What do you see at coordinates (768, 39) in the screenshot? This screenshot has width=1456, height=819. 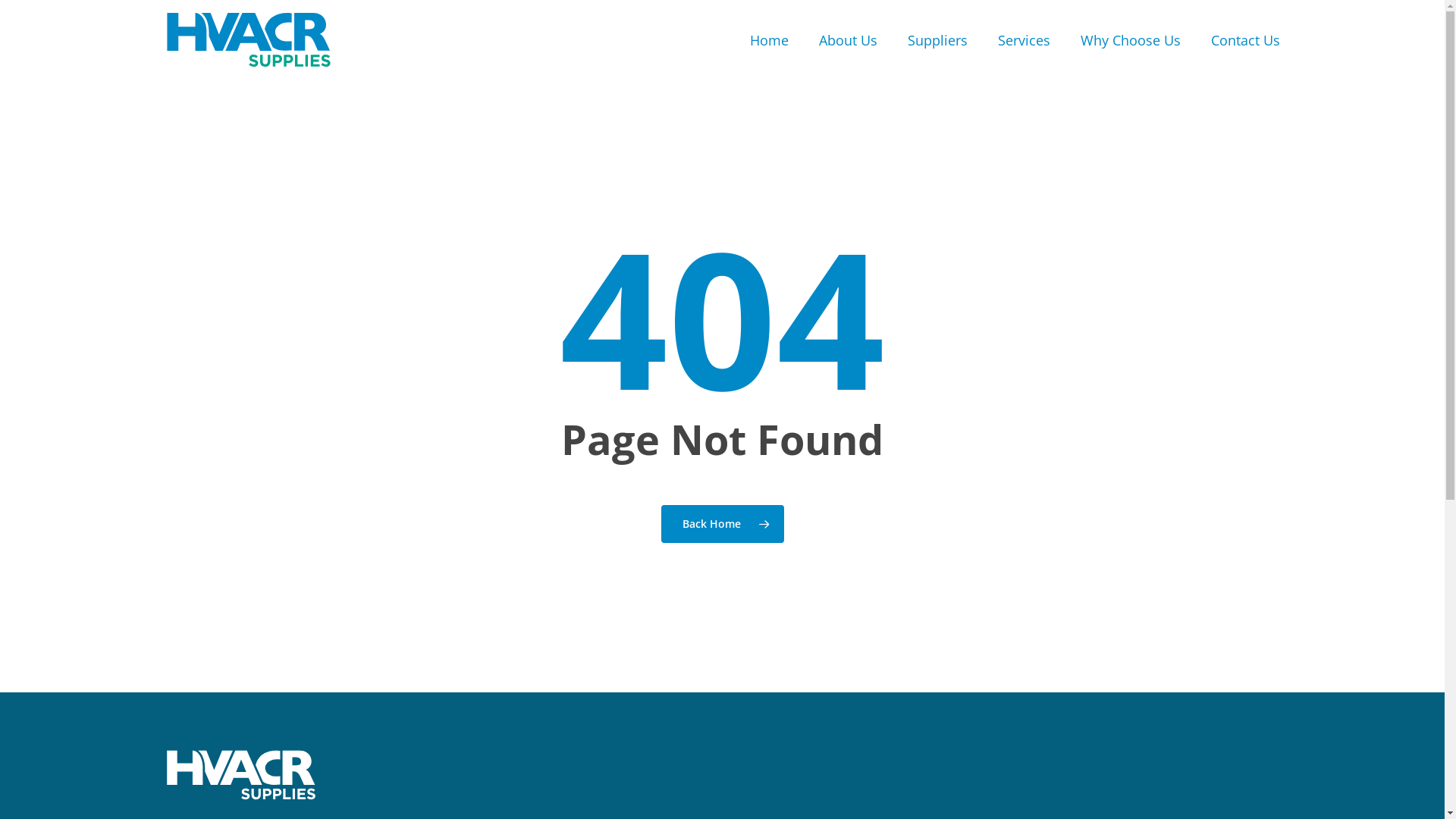 I see `'Home'` at bounding box center [768, 39].